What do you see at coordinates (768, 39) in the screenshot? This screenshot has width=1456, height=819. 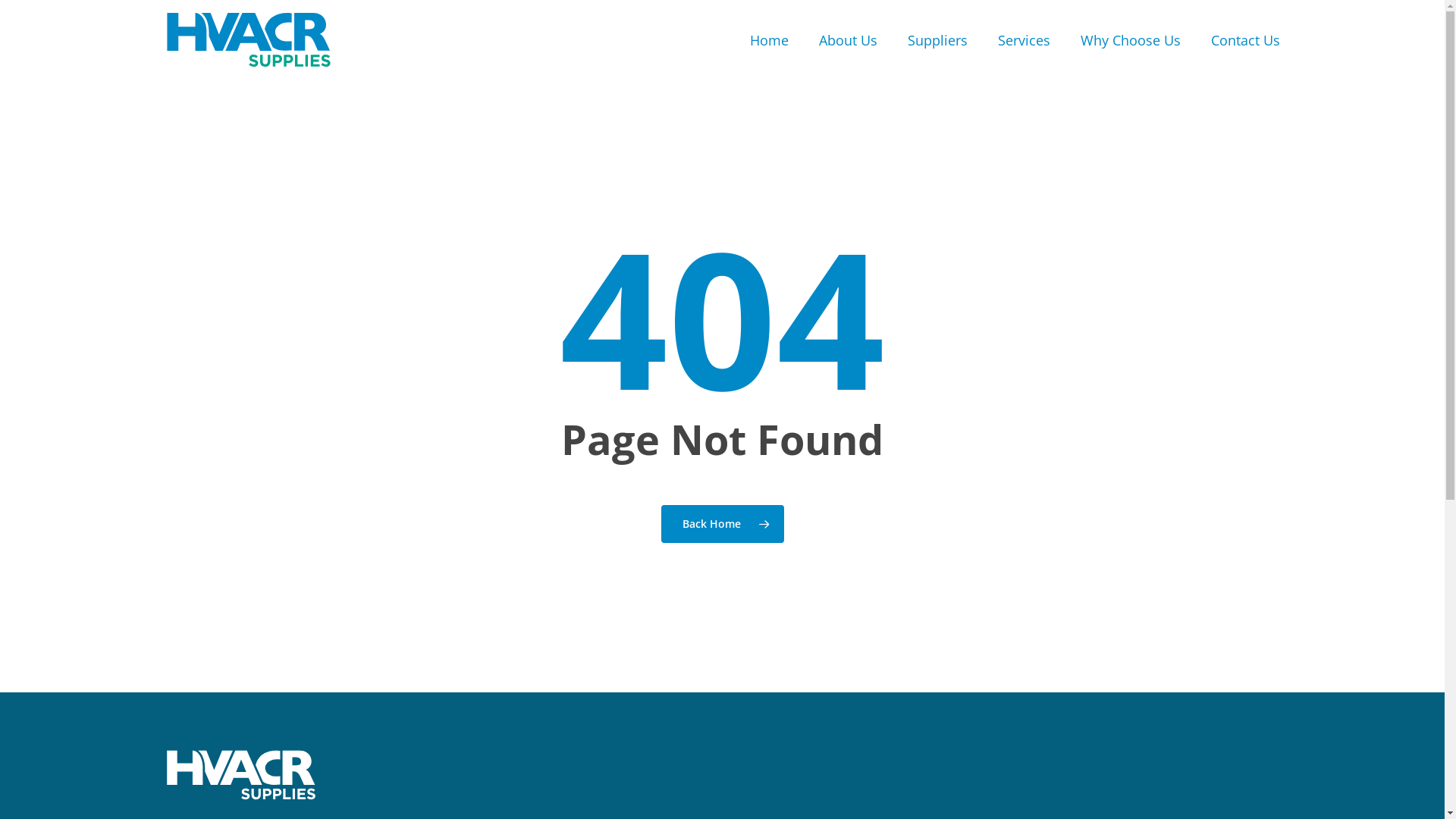 I see `'Home'` at bounding box center [768, 39].